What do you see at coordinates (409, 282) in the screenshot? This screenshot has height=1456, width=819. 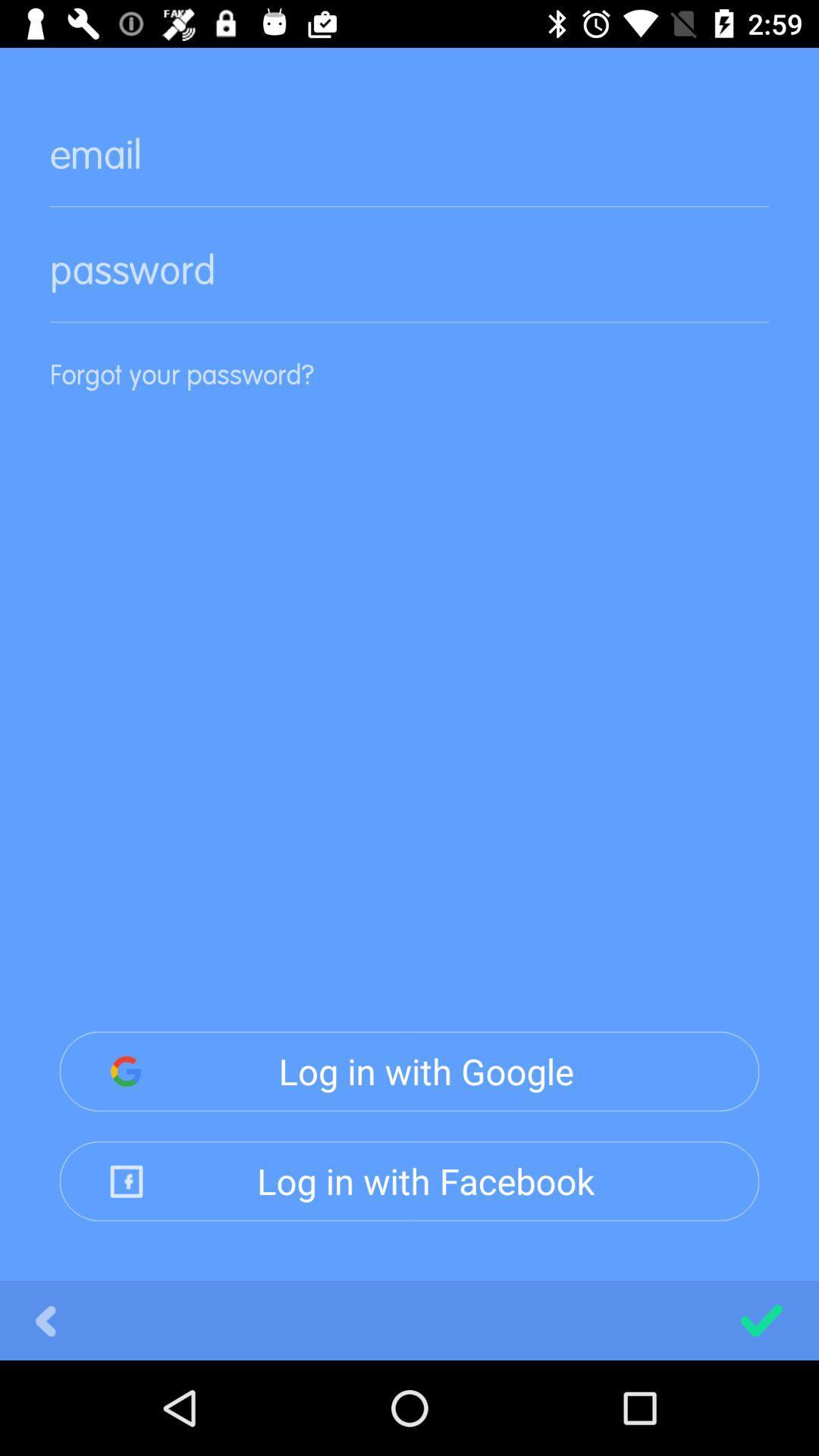 I see `switch password option` at bounding box center [409, 282].